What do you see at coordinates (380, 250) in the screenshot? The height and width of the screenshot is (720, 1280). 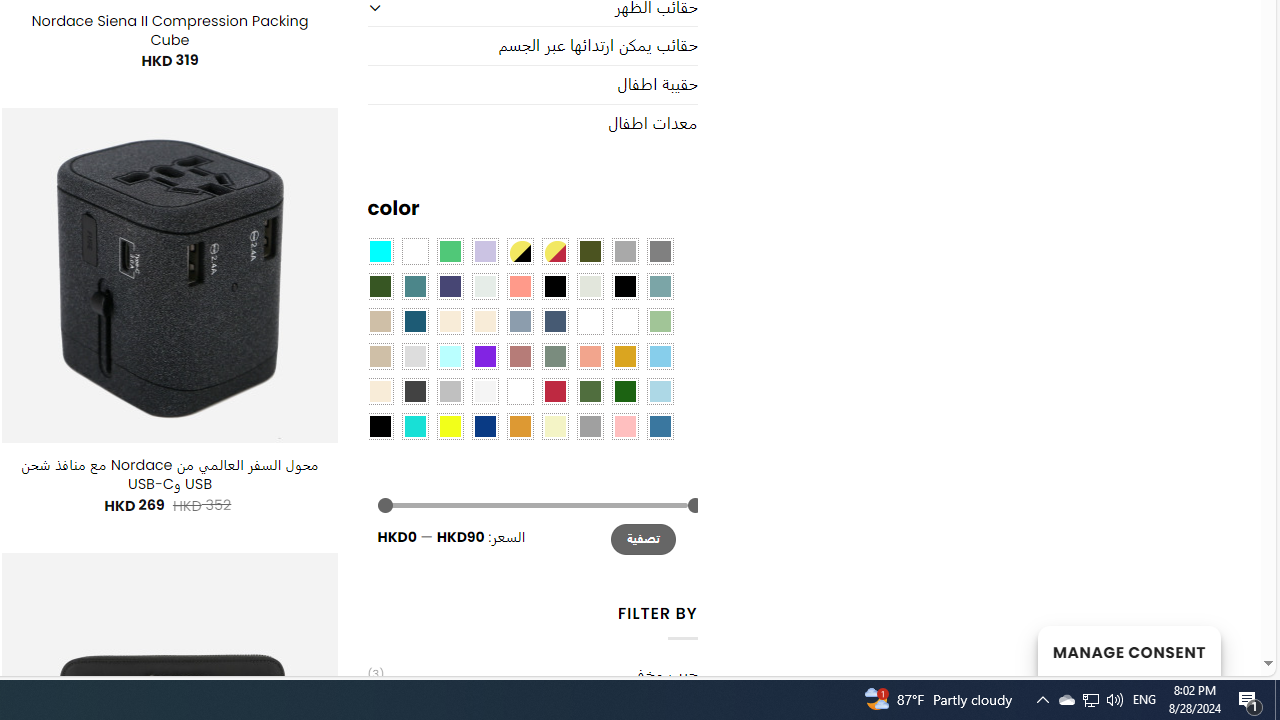 I see `'Aqua Blue'` at bounding box center [380, 250].